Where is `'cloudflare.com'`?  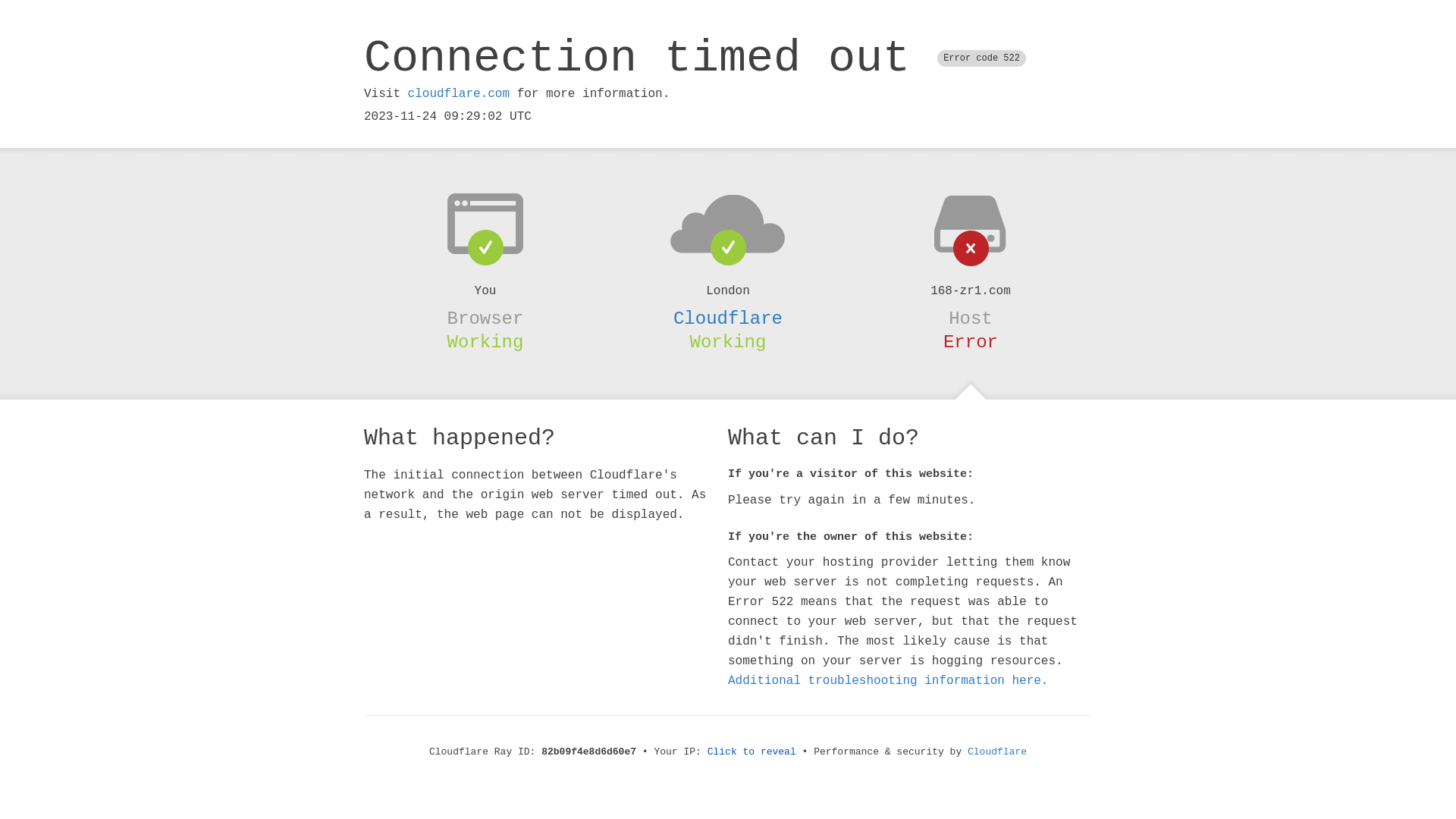
'cloudflare.com' is located at coordinates (457, 93).